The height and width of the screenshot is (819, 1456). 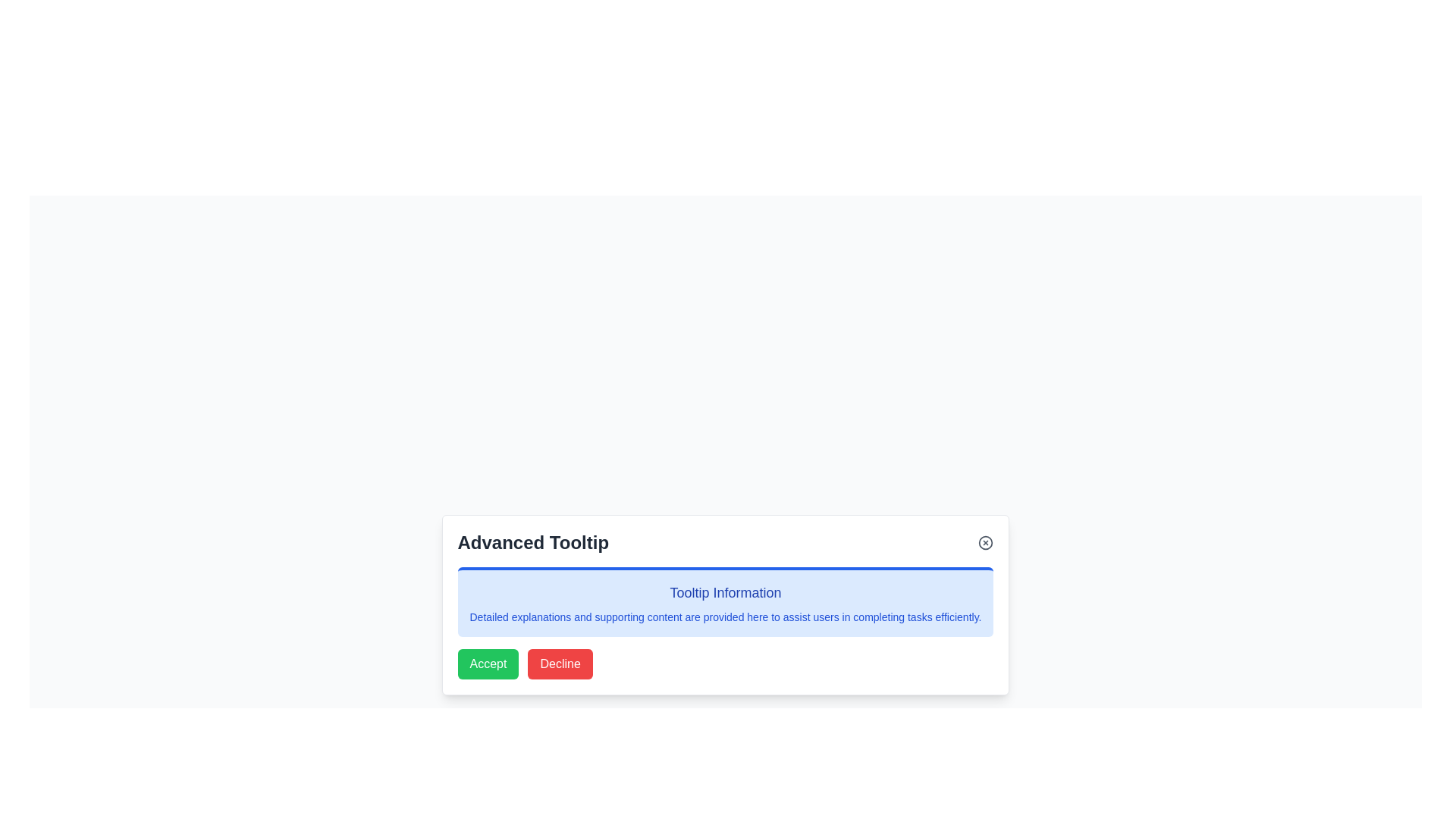 I want to click on the Tooltip element, which is a rectangular informational box with a light blue background and bold blue header, displaying 'Tooltip Information', so click(x=724, y=601).